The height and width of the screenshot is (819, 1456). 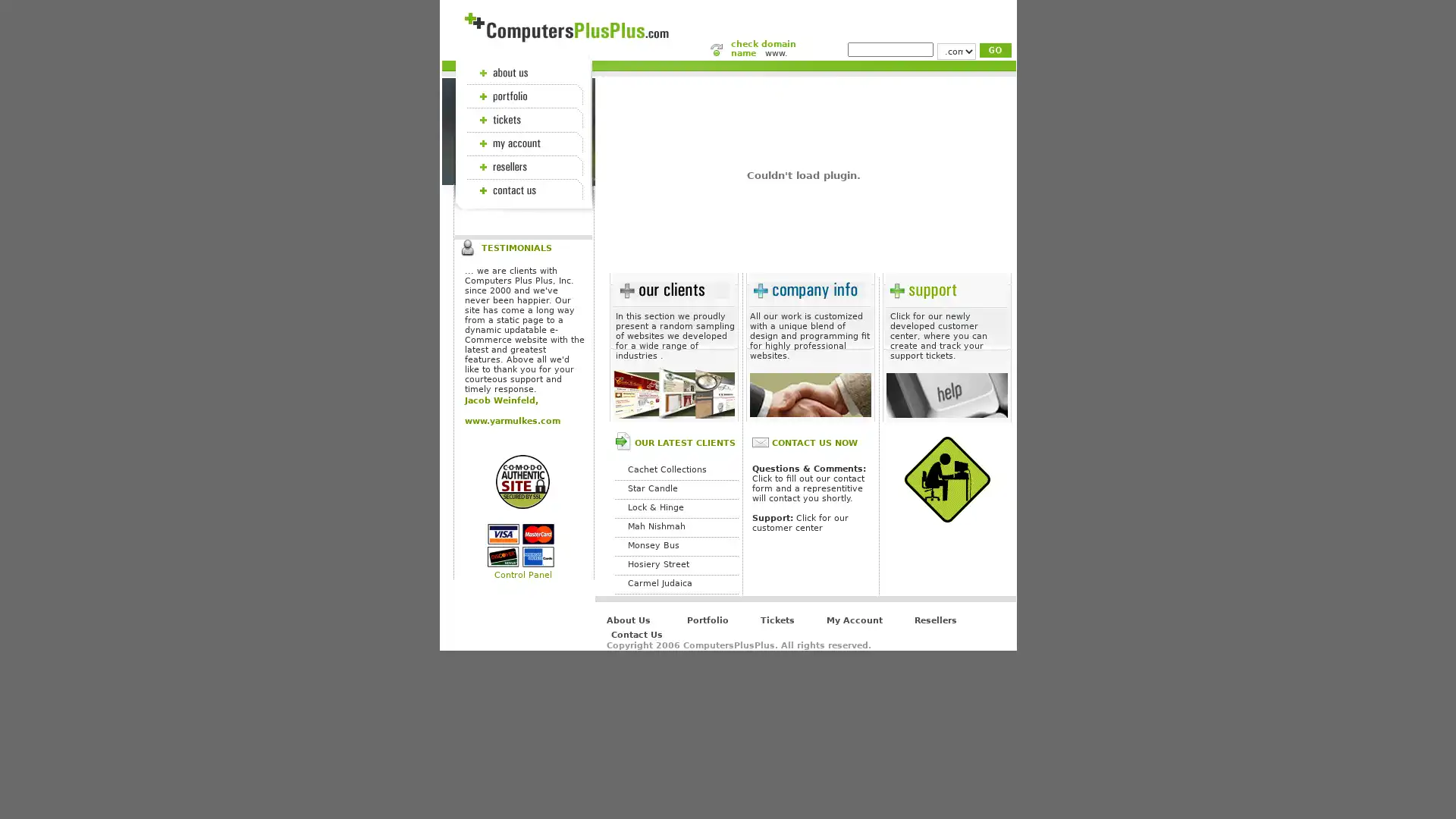 I want to click on Submit, so click(x=995, y=49).